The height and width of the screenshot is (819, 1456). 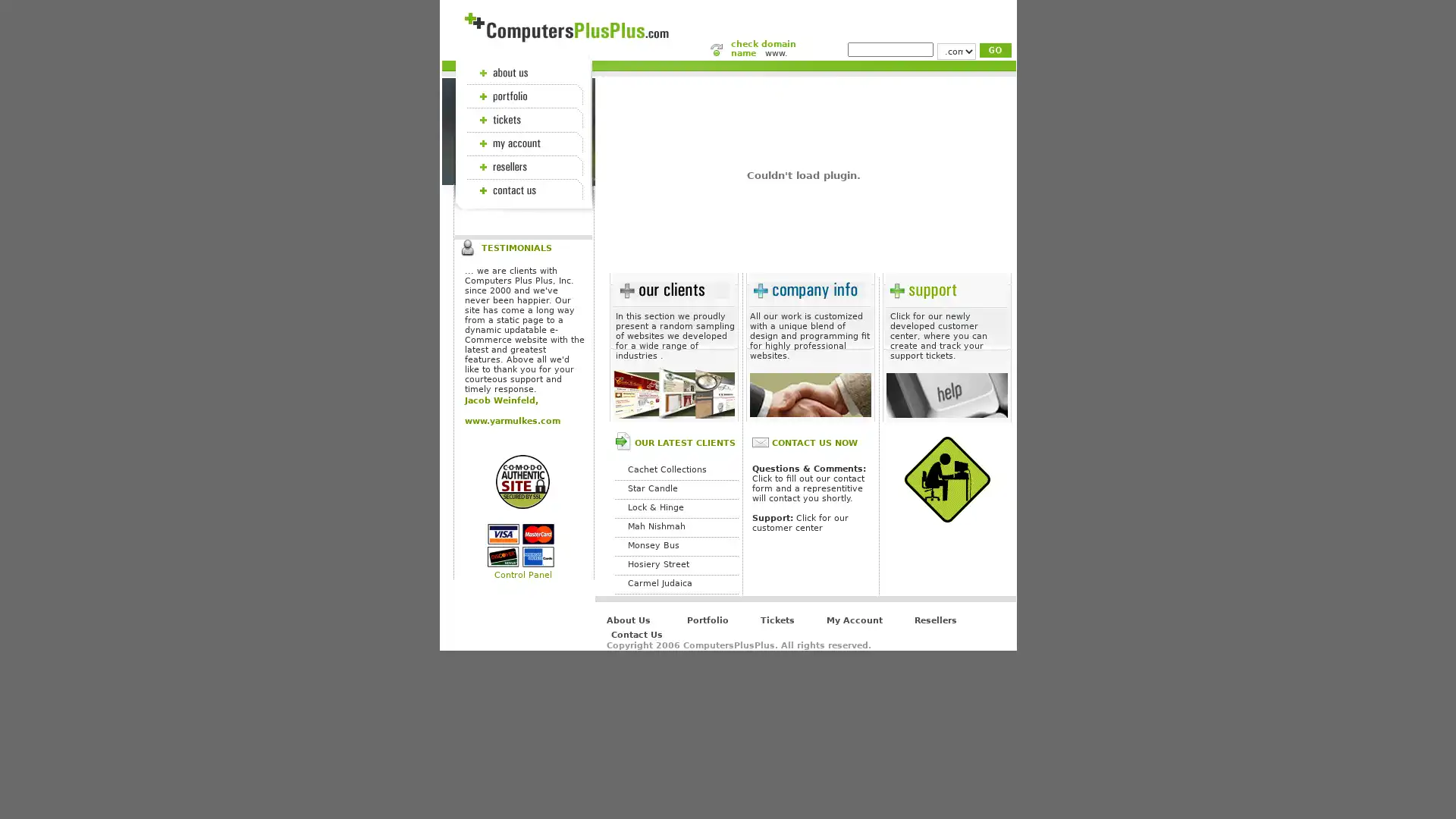 I want to click on Submit, so click(x=995, y=49).